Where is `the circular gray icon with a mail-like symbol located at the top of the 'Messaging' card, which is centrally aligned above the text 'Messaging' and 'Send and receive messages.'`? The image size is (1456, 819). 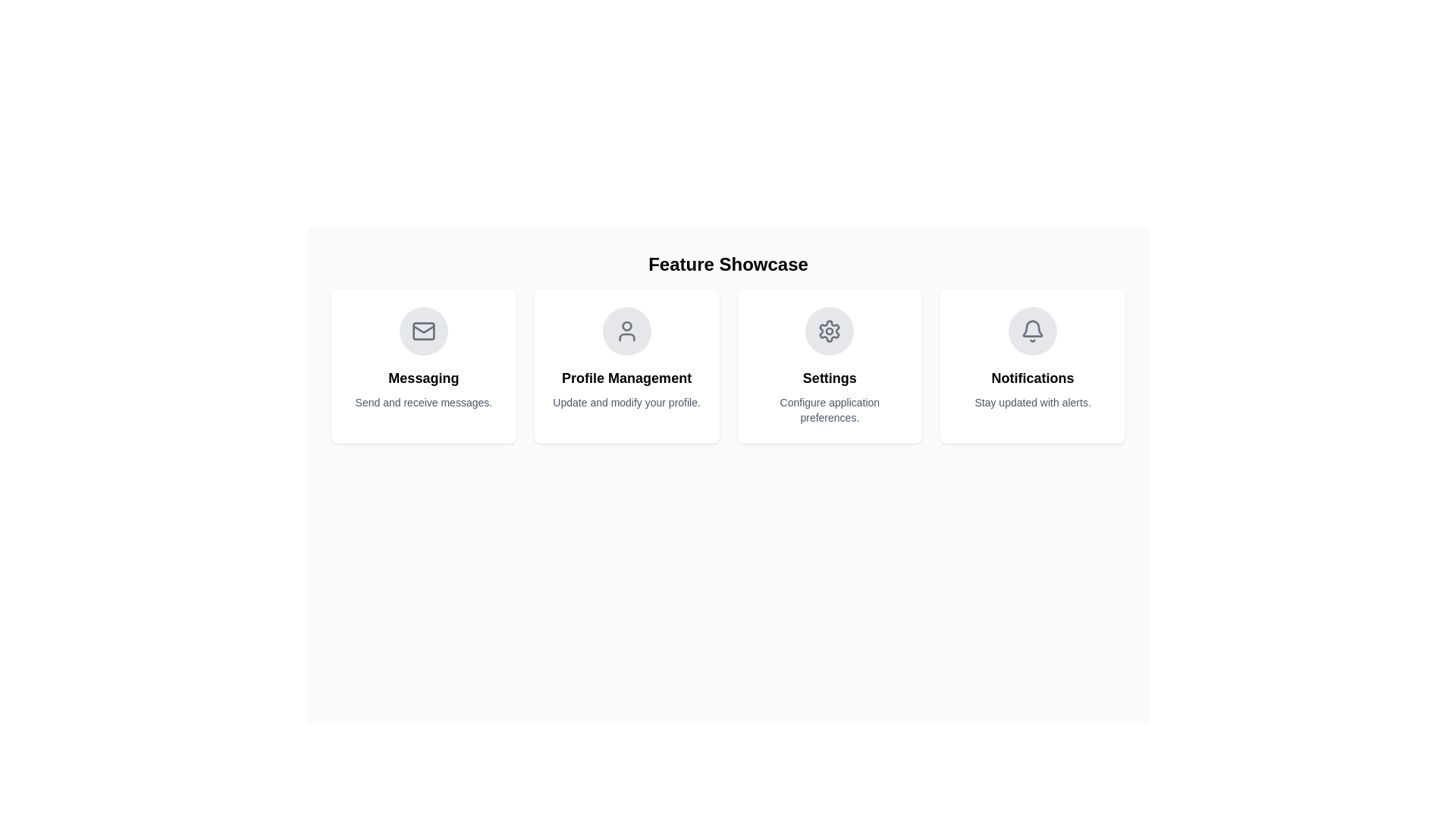
the circular gray icon with a mail-like symbol located at the top of the 'Messaging' card, which is centrally aligned above the text 'Messaging' and 'Send and receive messages.' is located at coordinates (423, 330).